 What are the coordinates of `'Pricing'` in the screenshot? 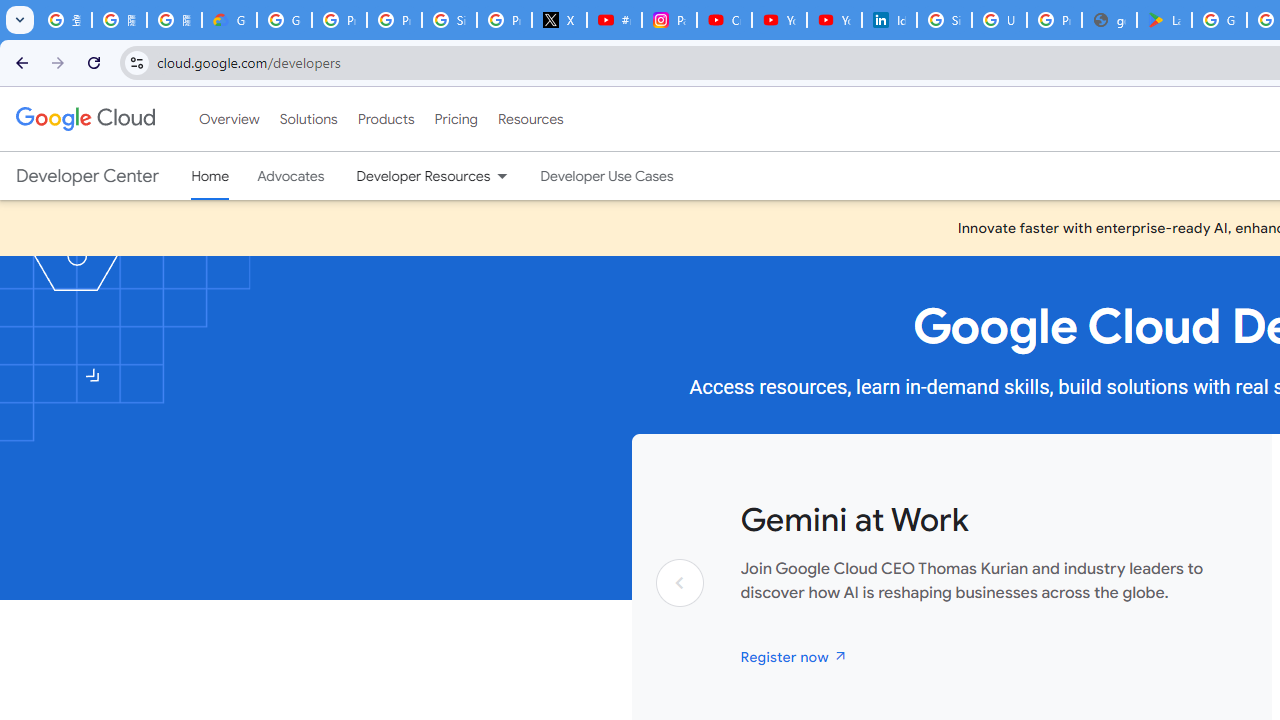 It's located at (454, 119).